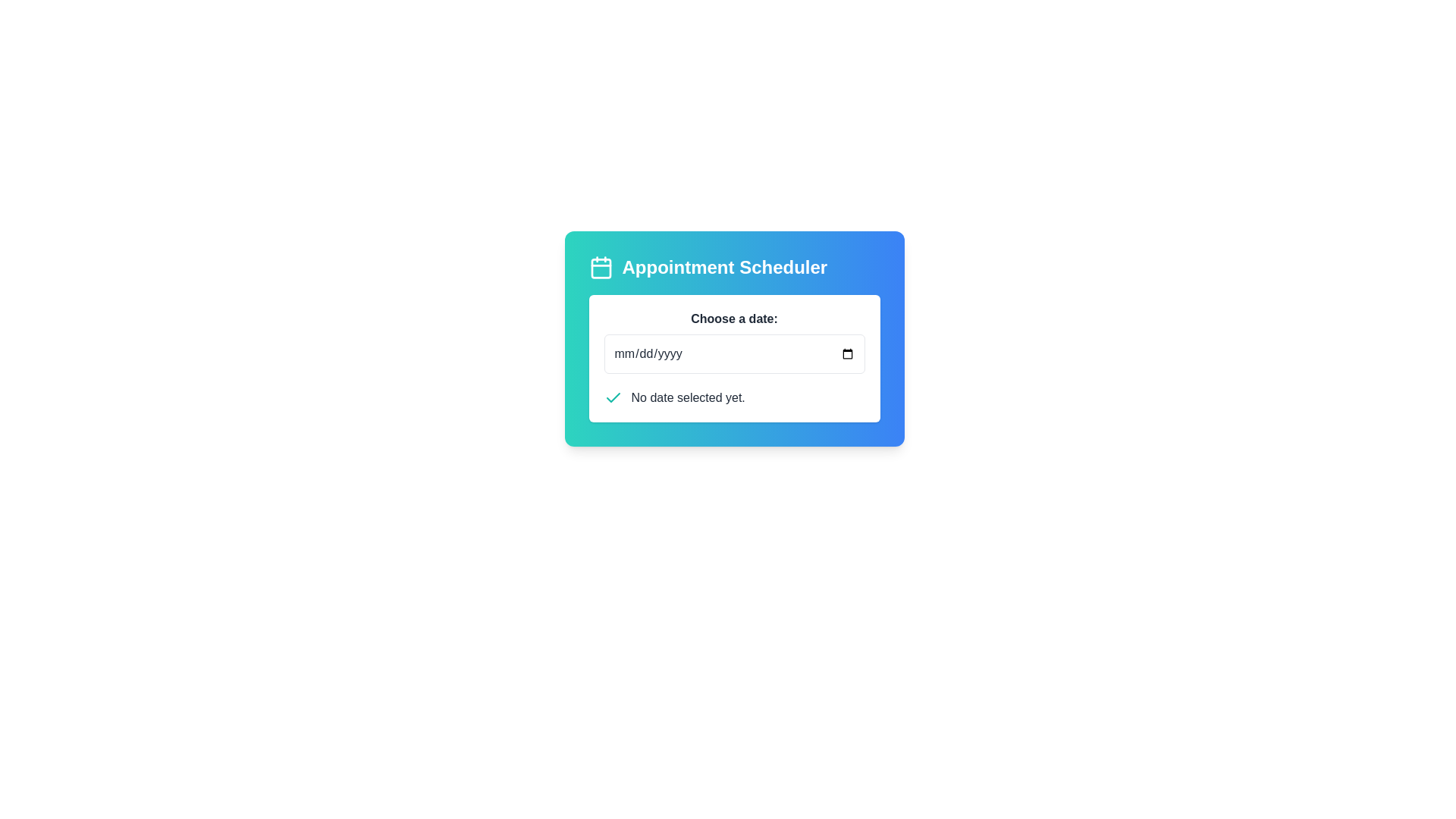  What do you see at coordinates (600, 268) in the screenshot?
I see `the graphical icon component that symbolizes dates or scheduling, located to the left of the text 'Appointment Scheduler' within a calendar-shaped SVG graphic` at bounding box center [600, 268].